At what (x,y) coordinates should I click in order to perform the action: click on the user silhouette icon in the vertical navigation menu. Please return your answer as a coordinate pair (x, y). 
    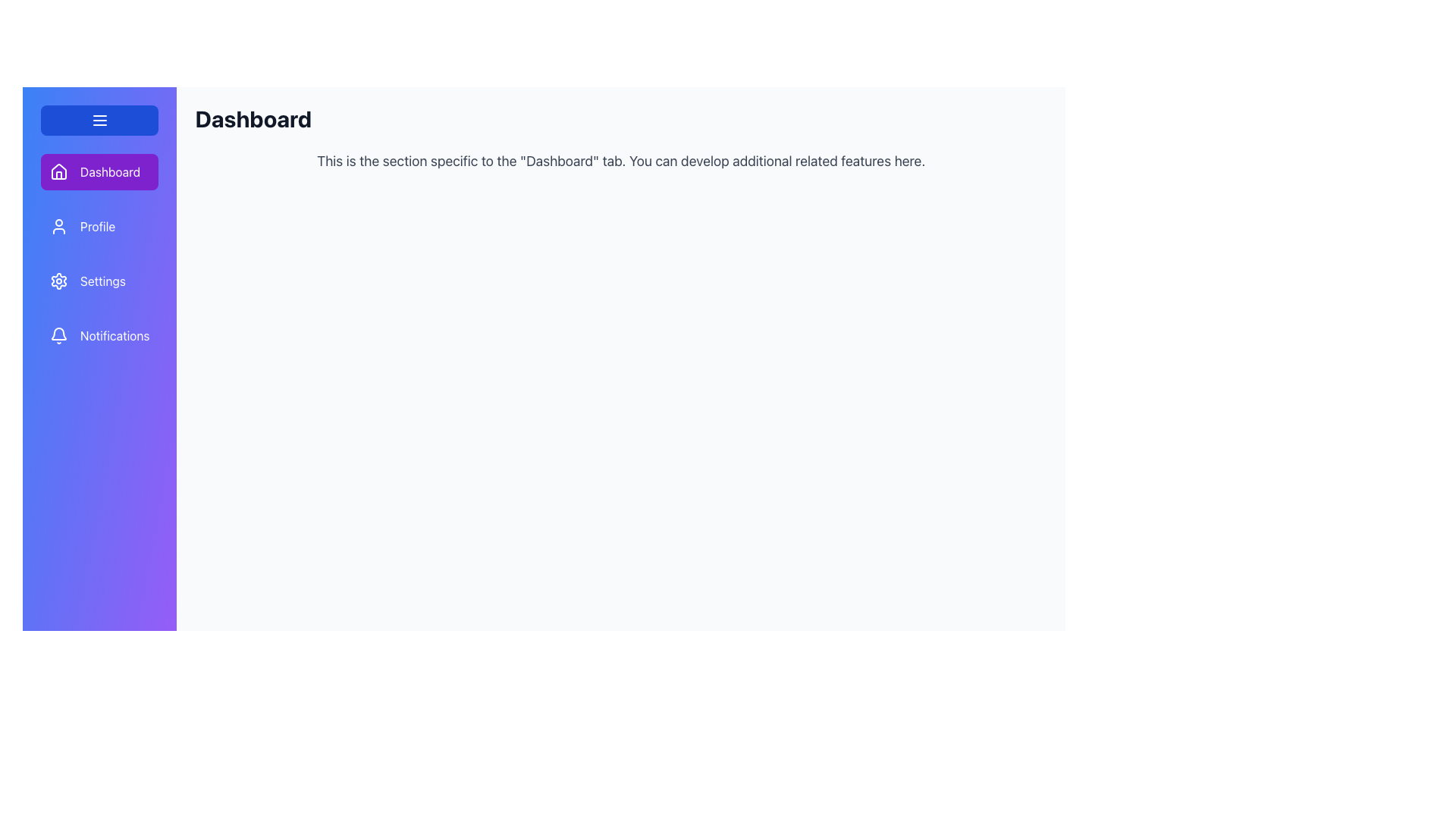
    Looking at the image, I should click on (58, 227).